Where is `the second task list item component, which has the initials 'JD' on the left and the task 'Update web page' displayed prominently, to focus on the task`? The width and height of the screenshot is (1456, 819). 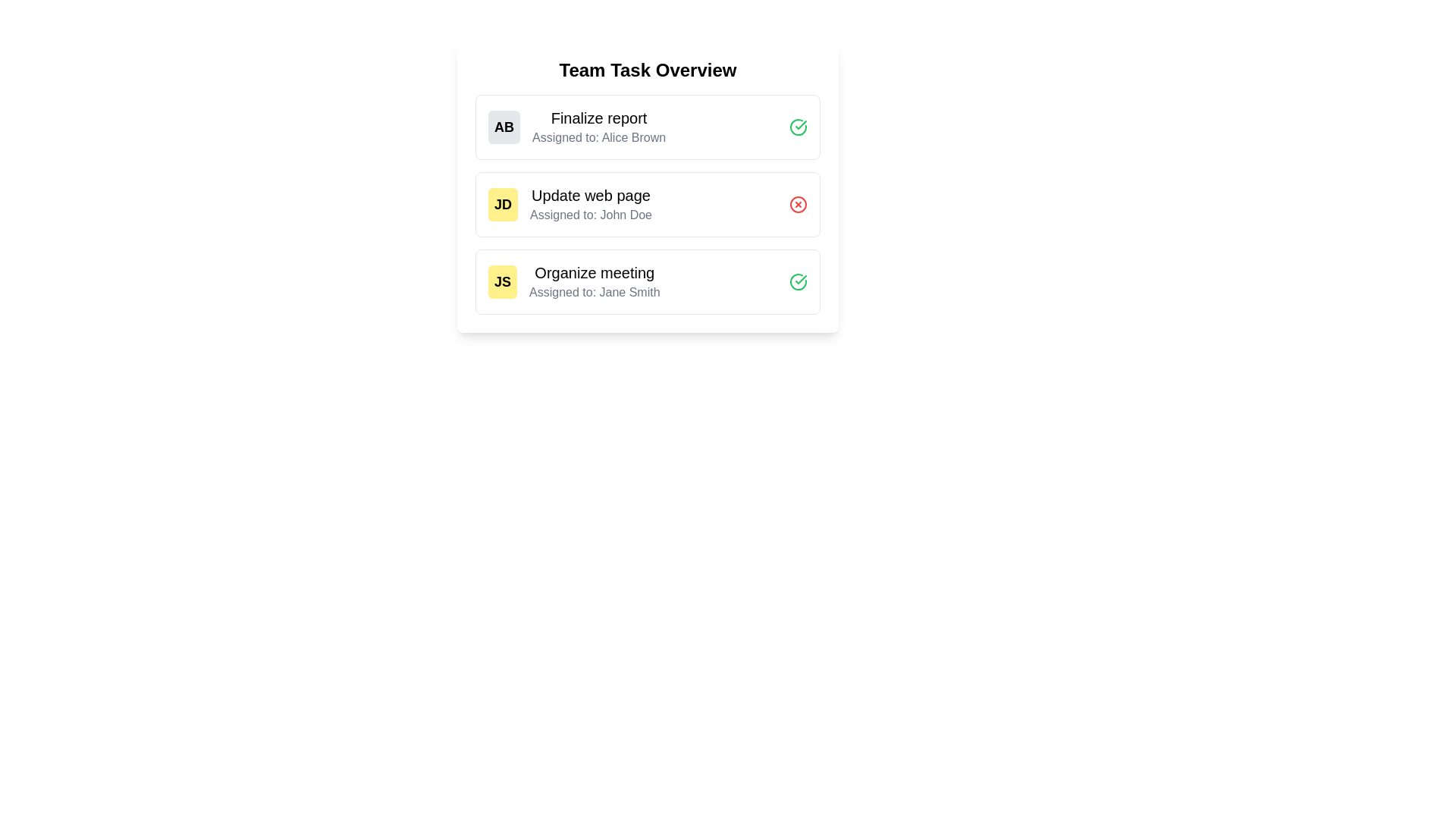
the second task list item component, which has the initials 'JD' on the left and the task 'Update web page' displayed prominently, to focus on the task is located at coordinates (648, 205).